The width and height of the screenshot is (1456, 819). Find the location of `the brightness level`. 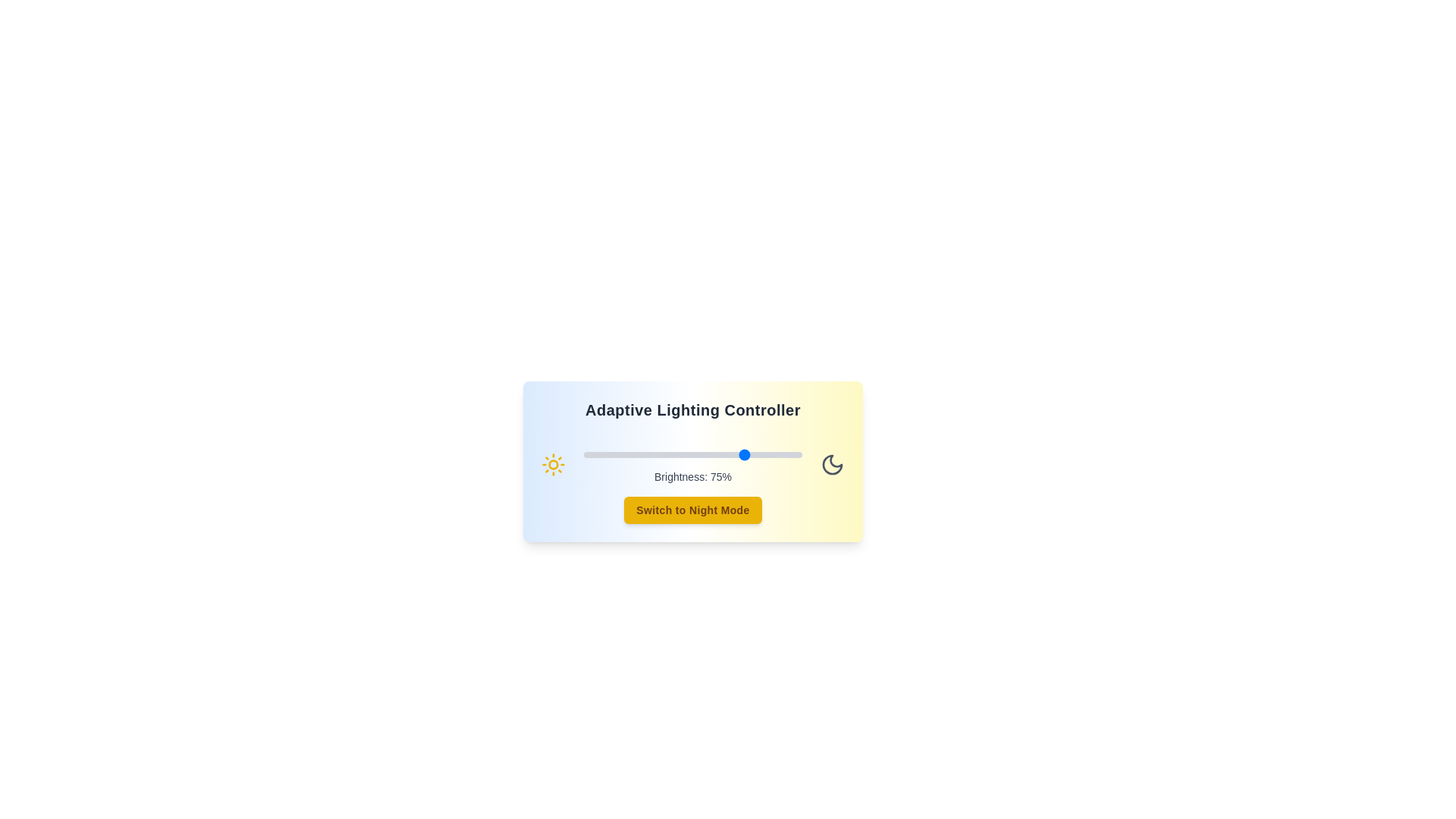

the brightness level is located at coordinates (703, 454).